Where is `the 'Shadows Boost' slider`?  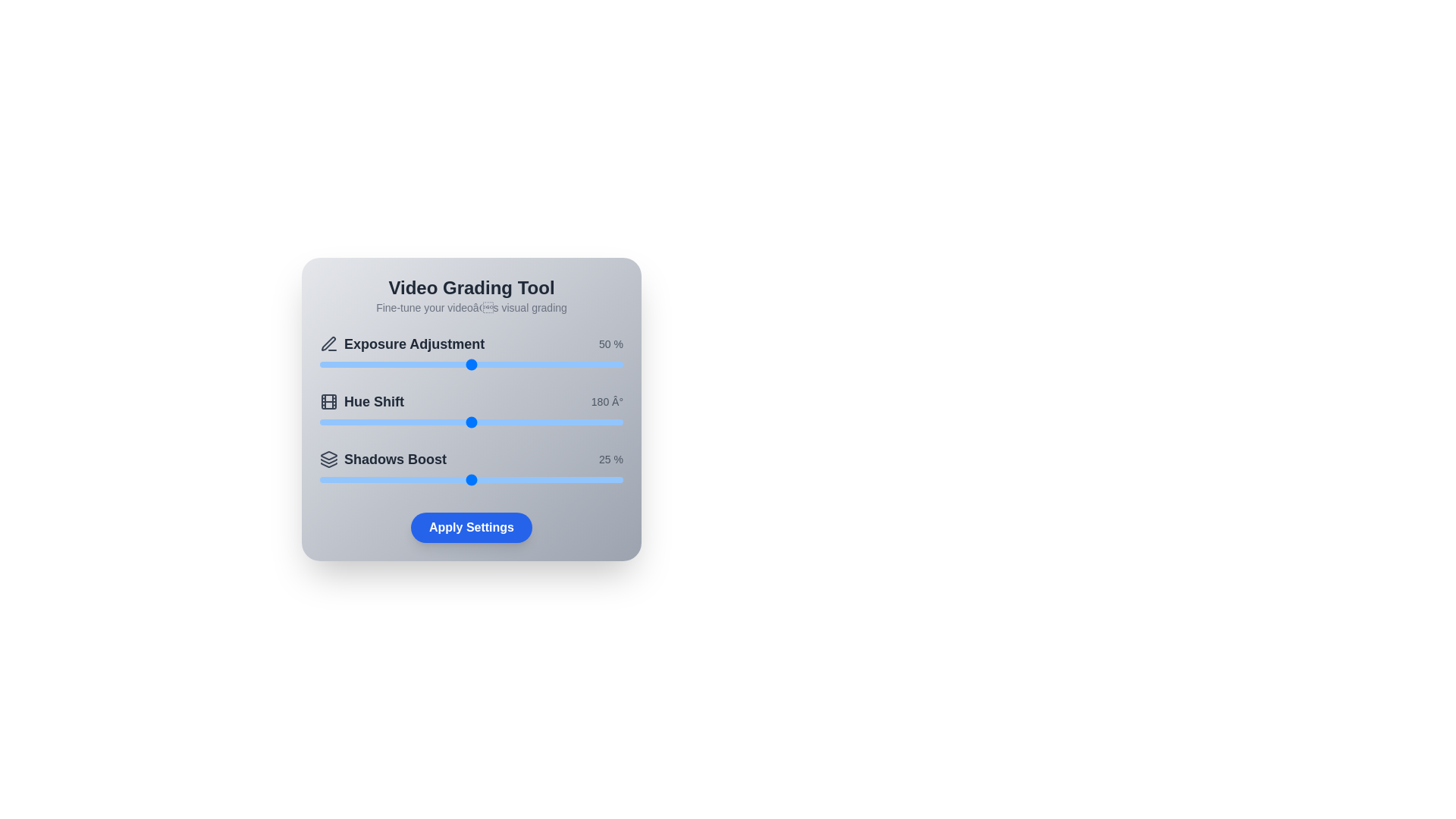 the 'Shadows Boost' slider is located at coordinates (411, 479).